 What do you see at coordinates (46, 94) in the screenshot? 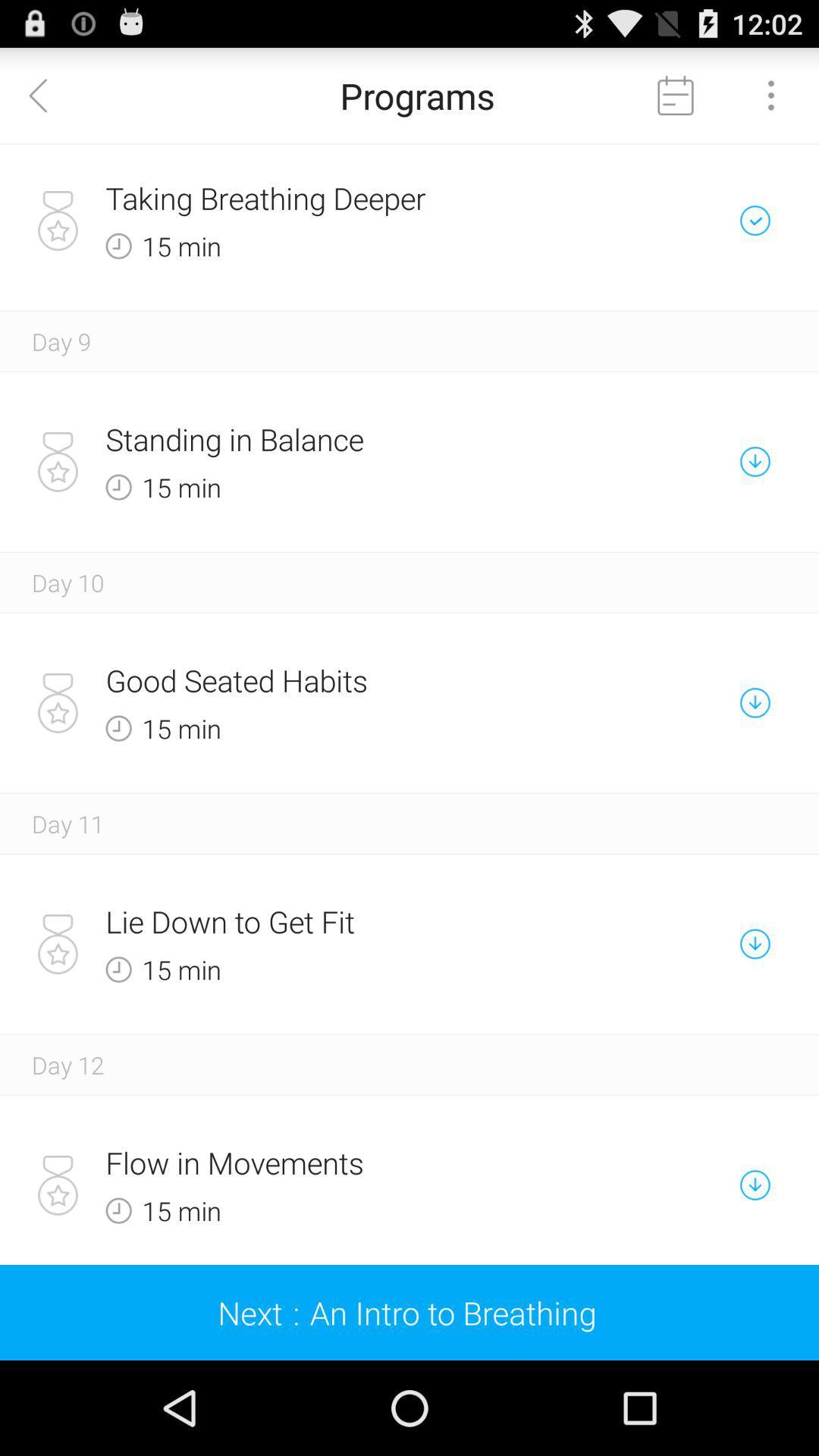
I see `the item next to programs icon` at bounding box center [46, 94].